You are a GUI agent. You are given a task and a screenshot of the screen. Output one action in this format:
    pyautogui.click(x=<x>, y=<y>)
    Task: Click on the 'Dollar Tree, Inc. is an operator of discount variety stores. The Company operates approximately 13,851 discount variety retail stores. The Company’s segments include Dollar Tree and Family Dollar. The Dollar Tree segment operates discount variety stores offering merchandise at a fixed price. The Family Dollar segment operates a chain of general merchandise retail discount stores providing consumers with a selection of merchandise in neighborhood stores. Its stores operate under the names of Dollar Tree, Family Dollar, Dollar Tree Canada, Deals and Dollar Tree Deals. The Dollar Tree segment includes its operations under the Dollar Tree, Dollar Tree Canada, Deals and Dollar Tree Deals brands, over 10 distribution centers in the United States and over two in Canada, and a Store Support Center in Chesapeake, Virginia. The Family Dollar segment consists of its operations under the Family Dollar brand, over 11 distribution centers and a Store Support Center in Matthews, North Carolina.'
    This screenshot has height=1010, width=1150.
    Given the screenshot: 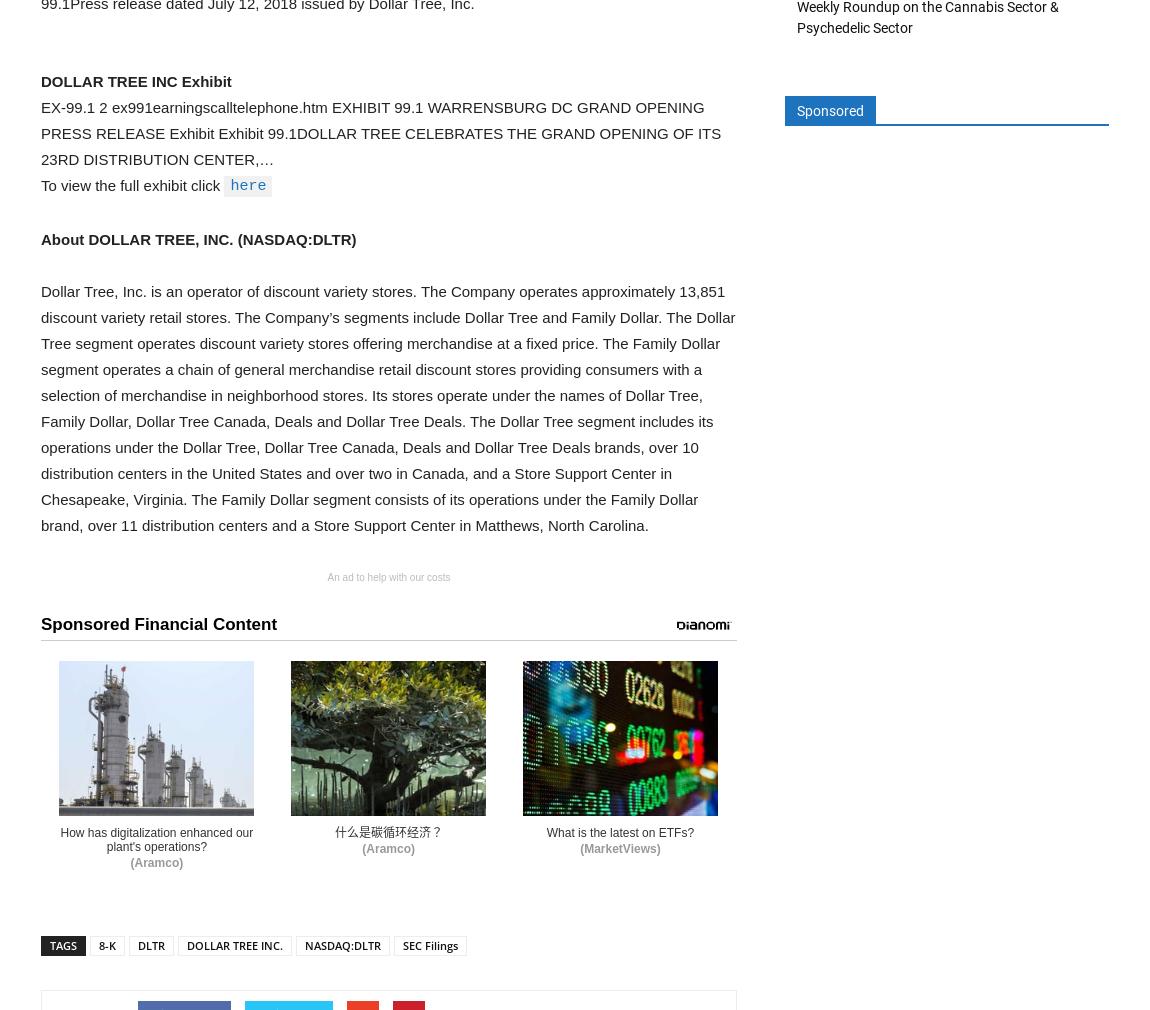 What is the action you would take?
    pyautogui.click(x=388, y=408)
    